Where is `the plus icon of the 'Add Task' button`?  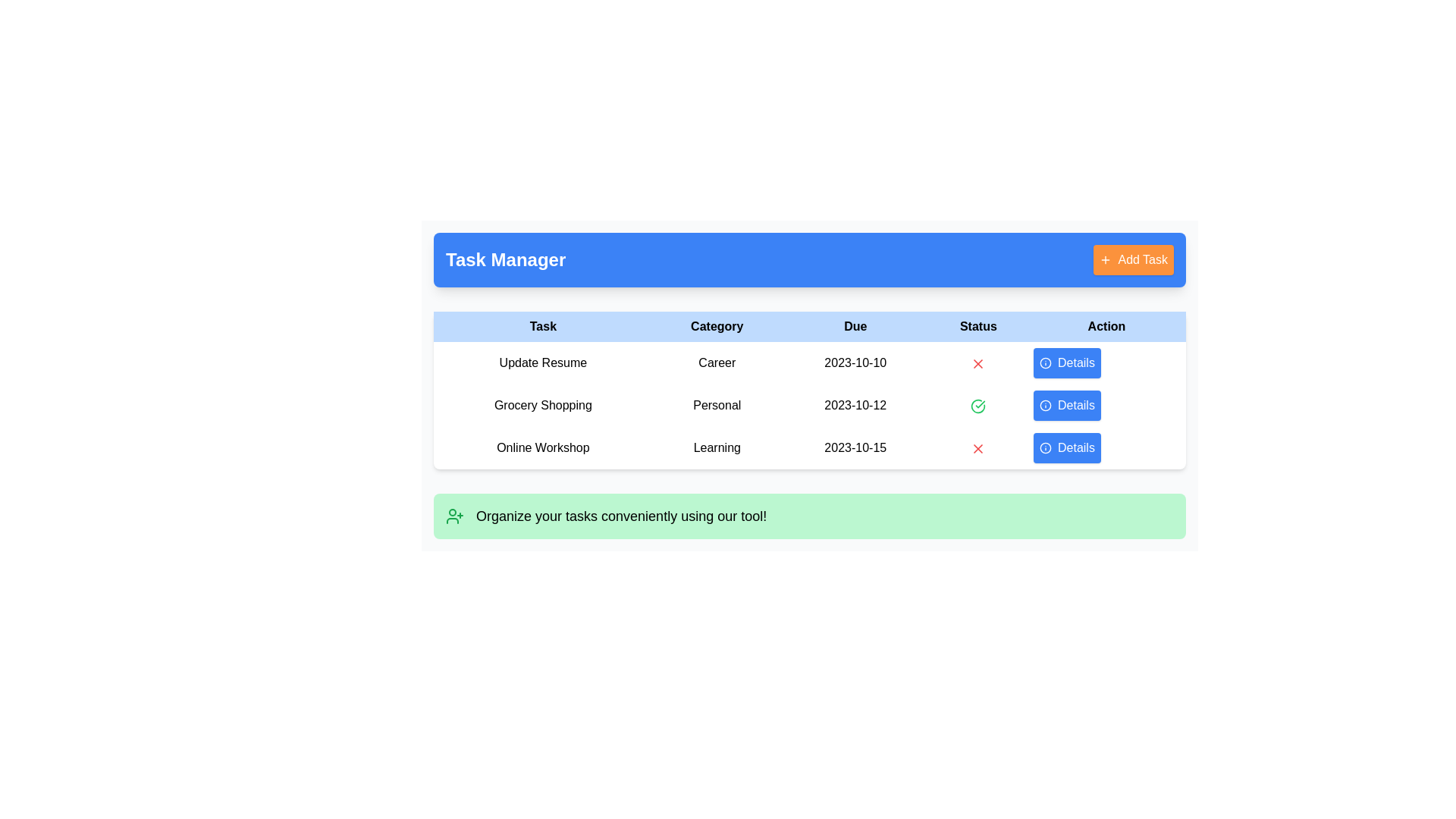
the plus icon of the 'Add Task' button is located at coordinates (1106, 259).